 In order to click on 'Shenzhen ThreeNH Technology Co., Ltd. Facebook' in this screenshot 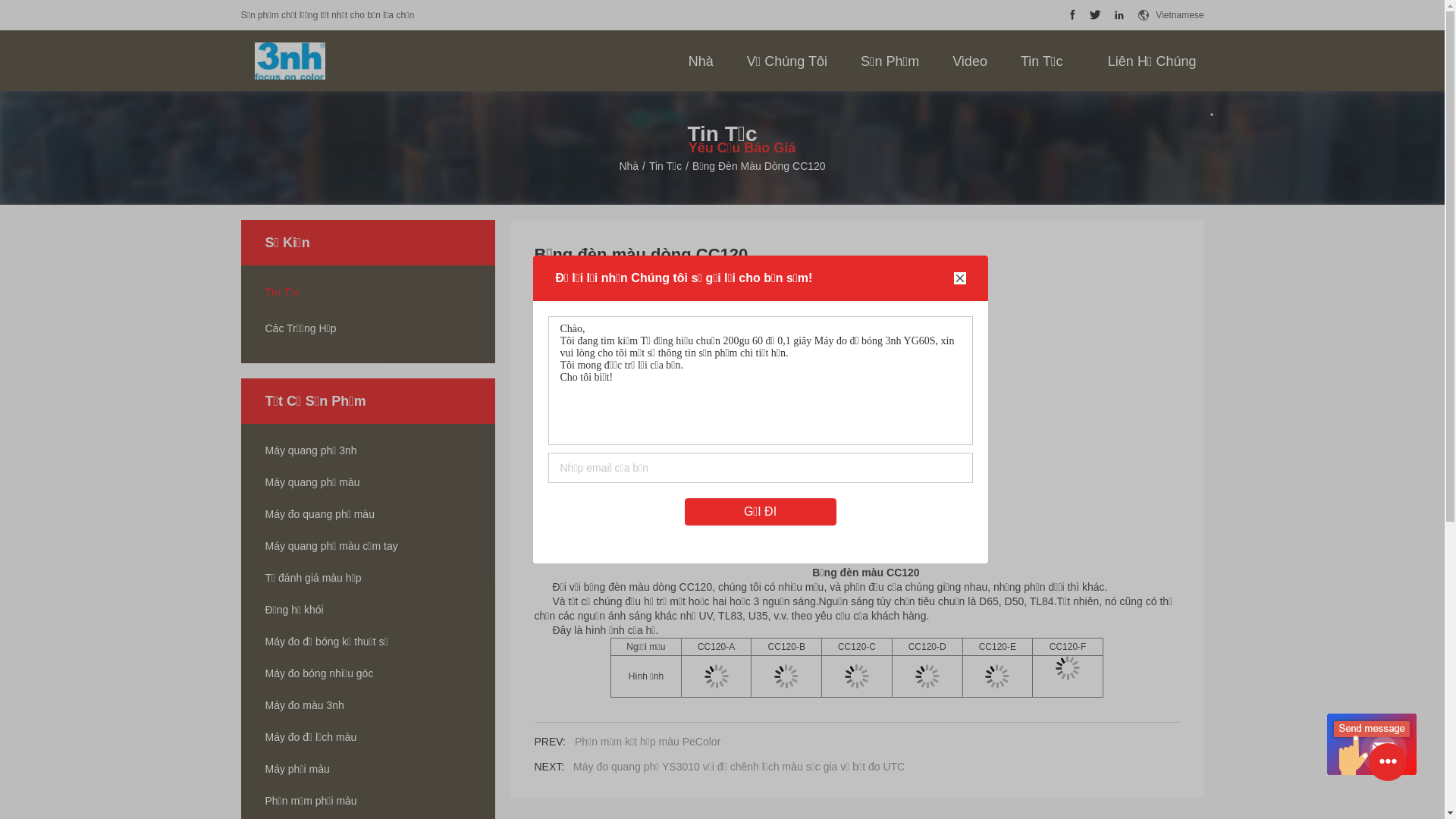, I will do `click(1072, 14)`.